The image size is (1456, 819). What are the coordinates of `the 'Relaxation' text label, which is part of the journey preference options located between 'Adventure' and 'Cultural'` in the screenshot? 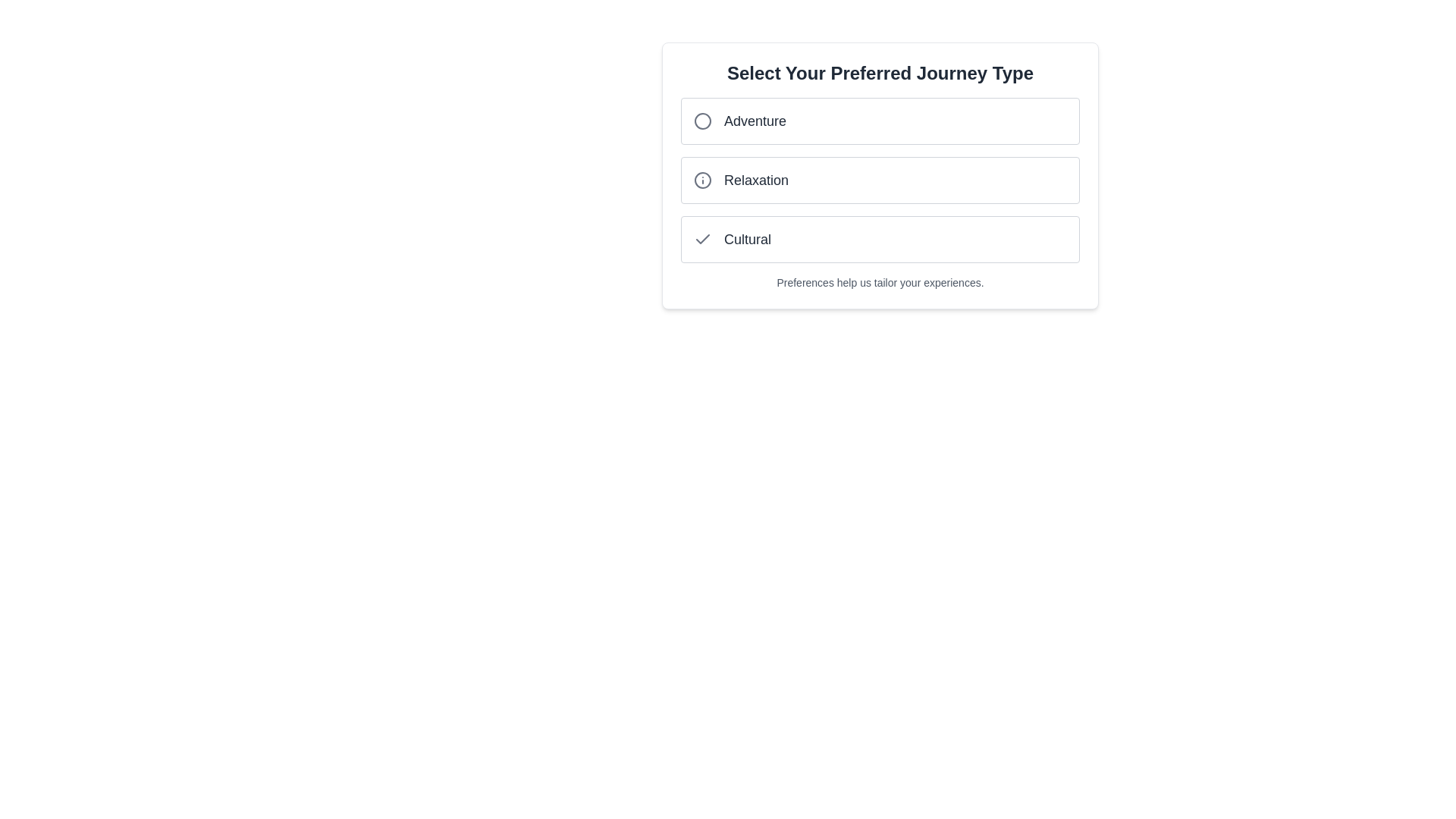 It's located at (756, 180).